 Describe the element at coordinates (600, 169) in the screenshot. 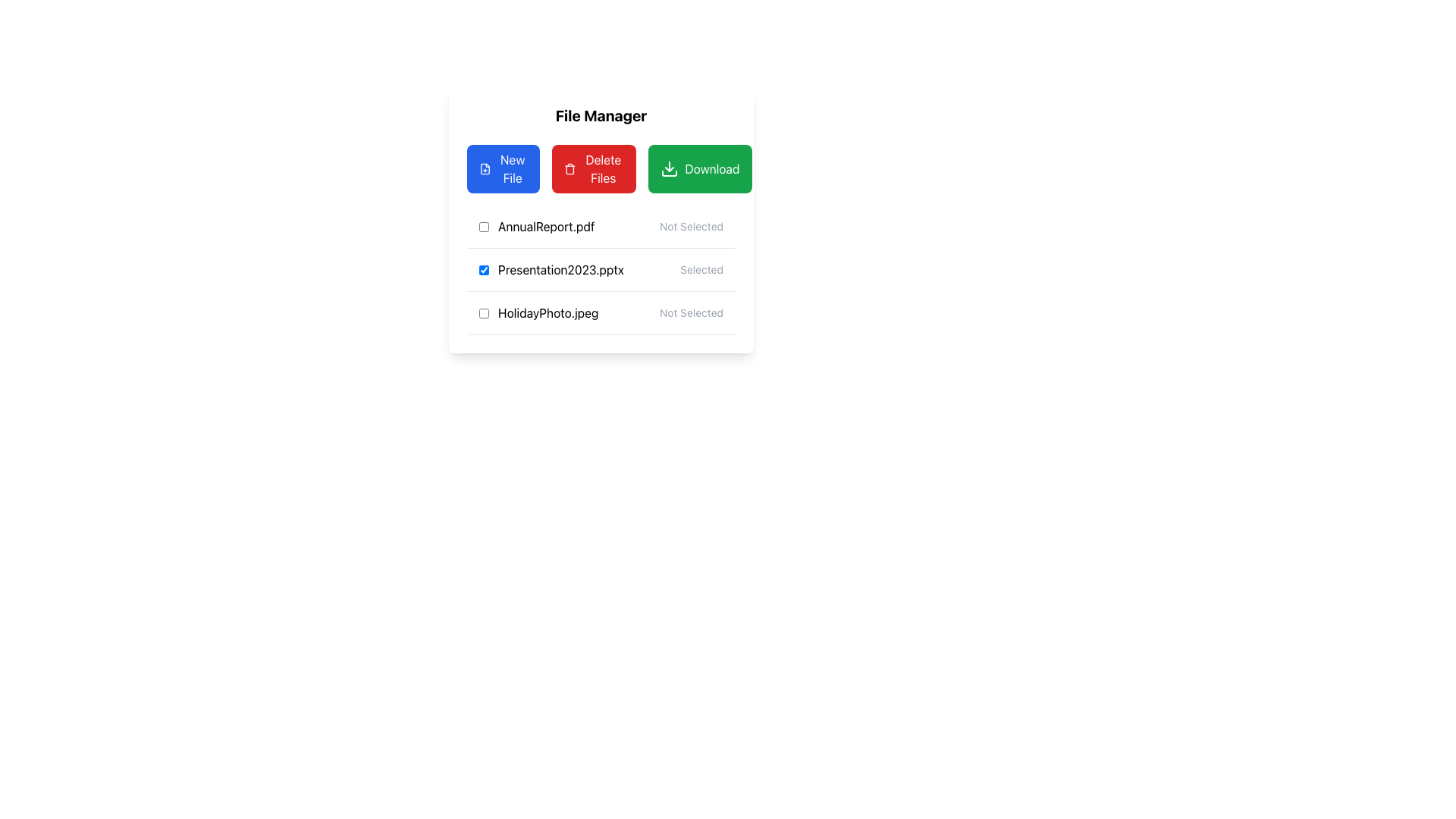

I see `the 'Delete Files' button in the button group for file management actions located below the title 'File Manager'` at that location.